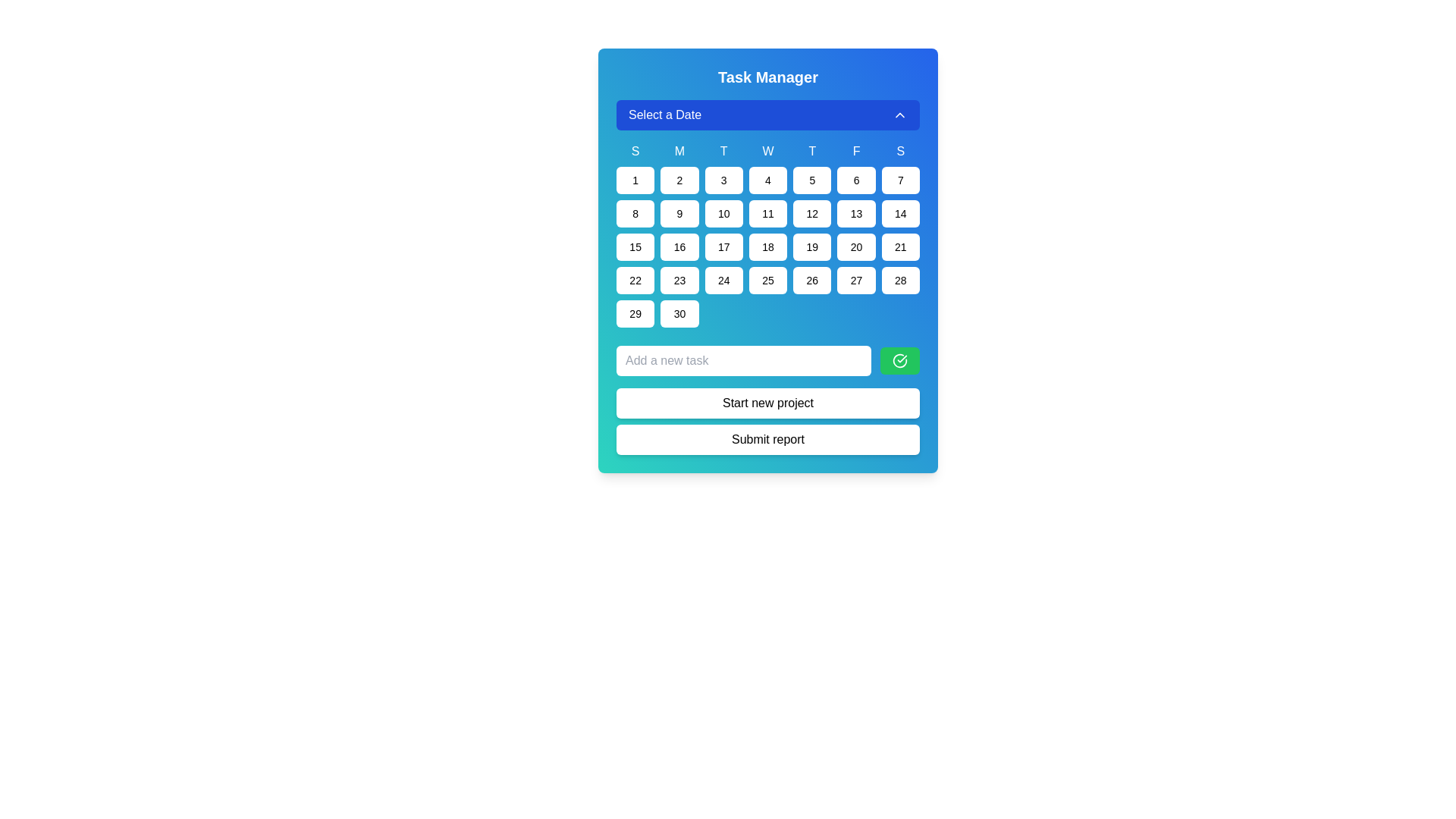 The image size is (1456, 819). What do you see at coordinates (900, 246) in the screenshot?
I see `the button displaying the number '21' in the calendar interface` at bounding box center [900, 246].